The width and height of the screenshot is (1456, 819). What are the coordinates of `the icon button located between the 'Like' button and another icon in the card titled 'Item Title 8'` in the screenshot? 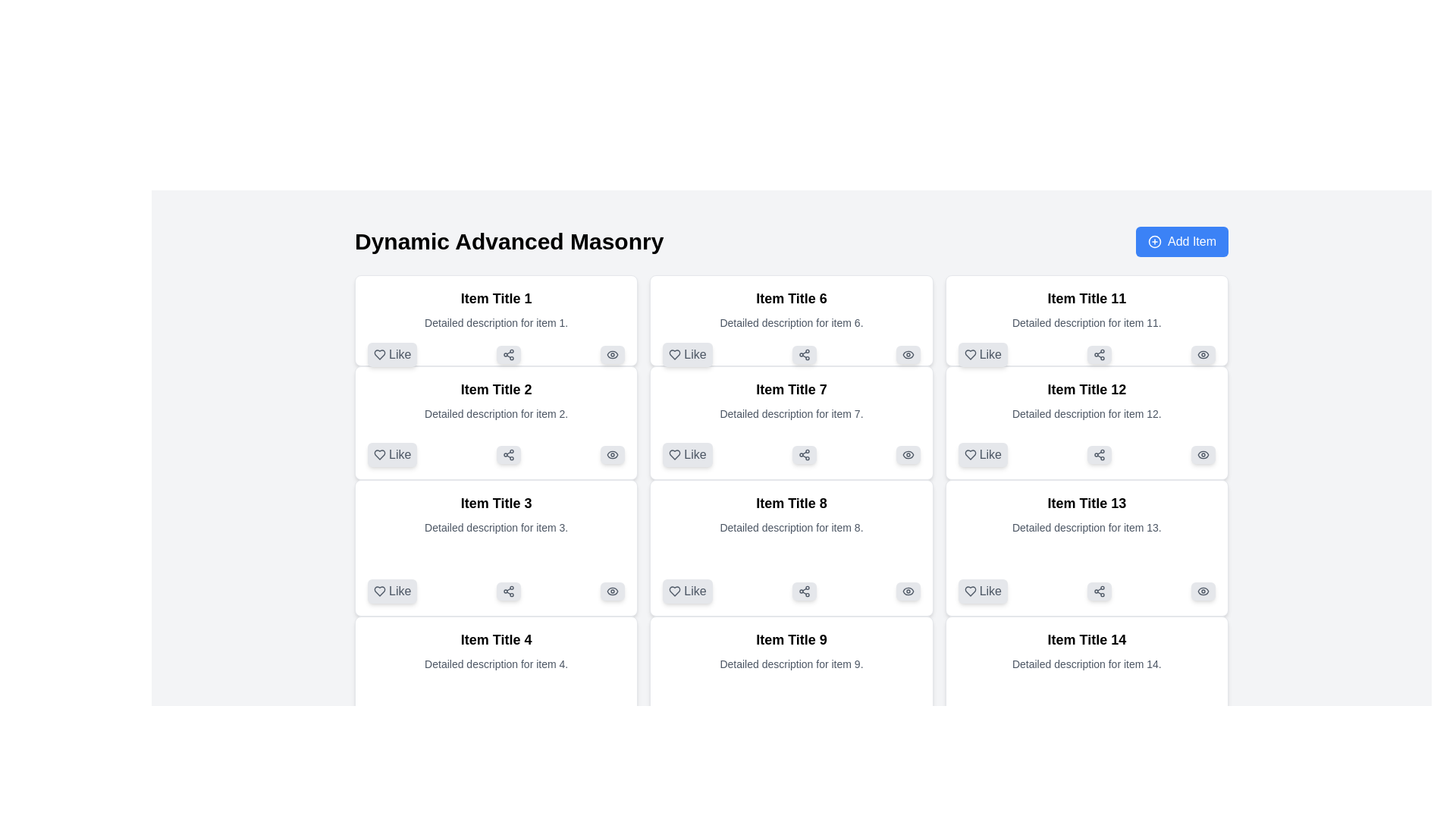 It's located at (803, 590).